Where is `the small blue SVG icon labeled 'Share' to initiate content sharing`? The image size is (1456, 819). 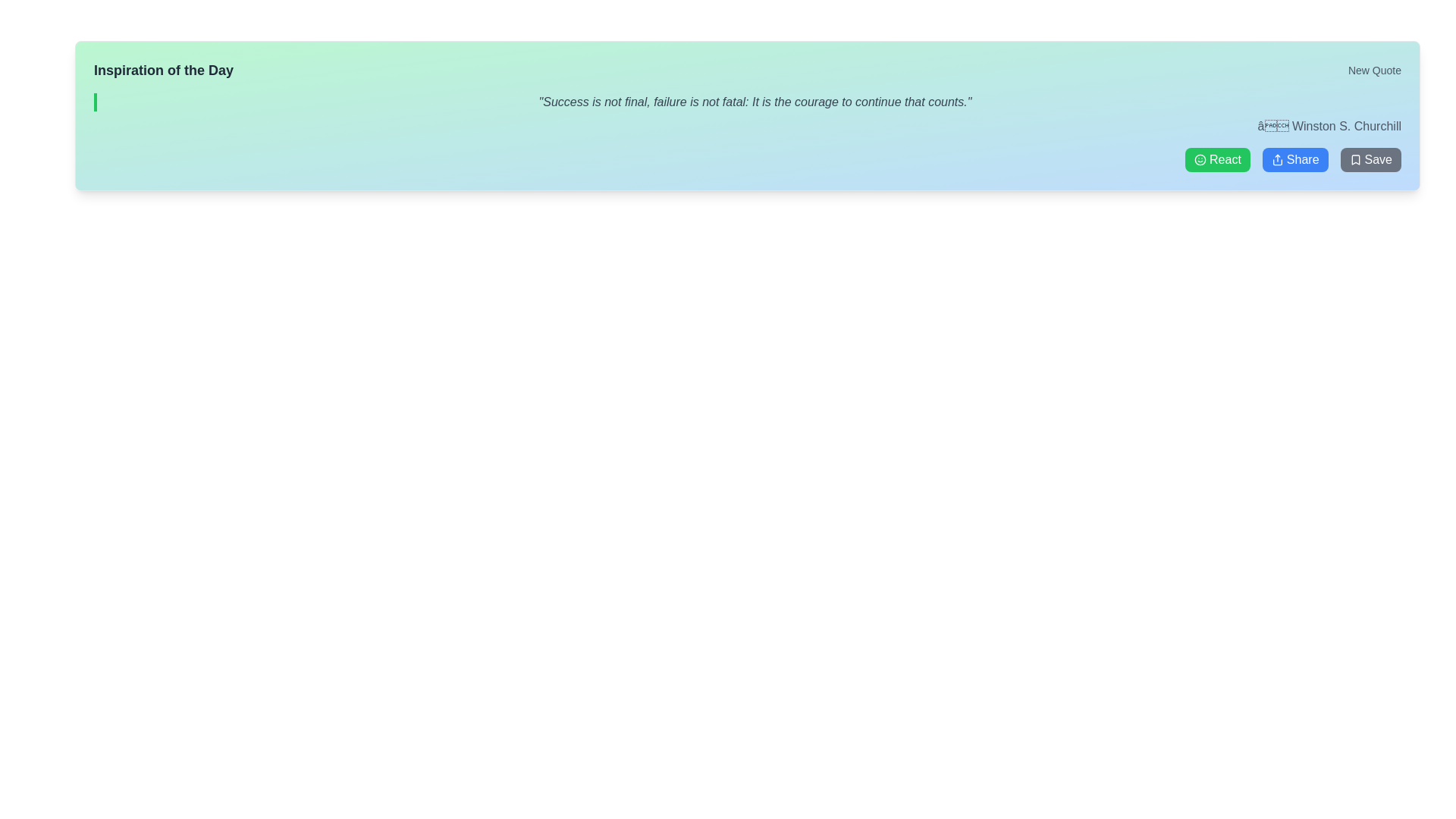 the small blue SVG icon labeled 'Share' to initiate content sharing is located at coordinates (1276, 160).